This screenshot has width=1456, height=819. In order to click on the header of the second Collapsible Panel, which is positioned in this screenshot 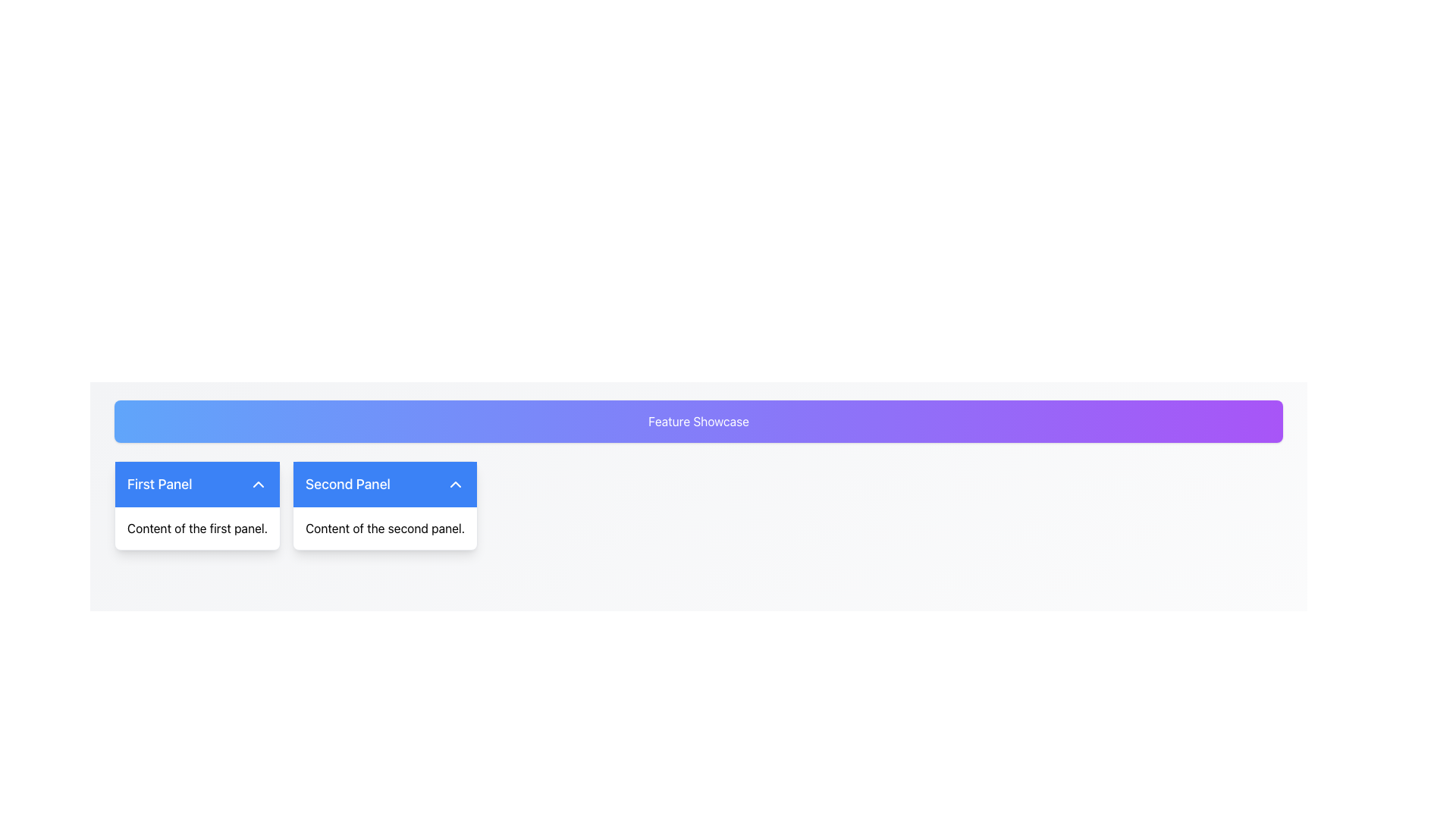, I will do `click(385, 506)`.